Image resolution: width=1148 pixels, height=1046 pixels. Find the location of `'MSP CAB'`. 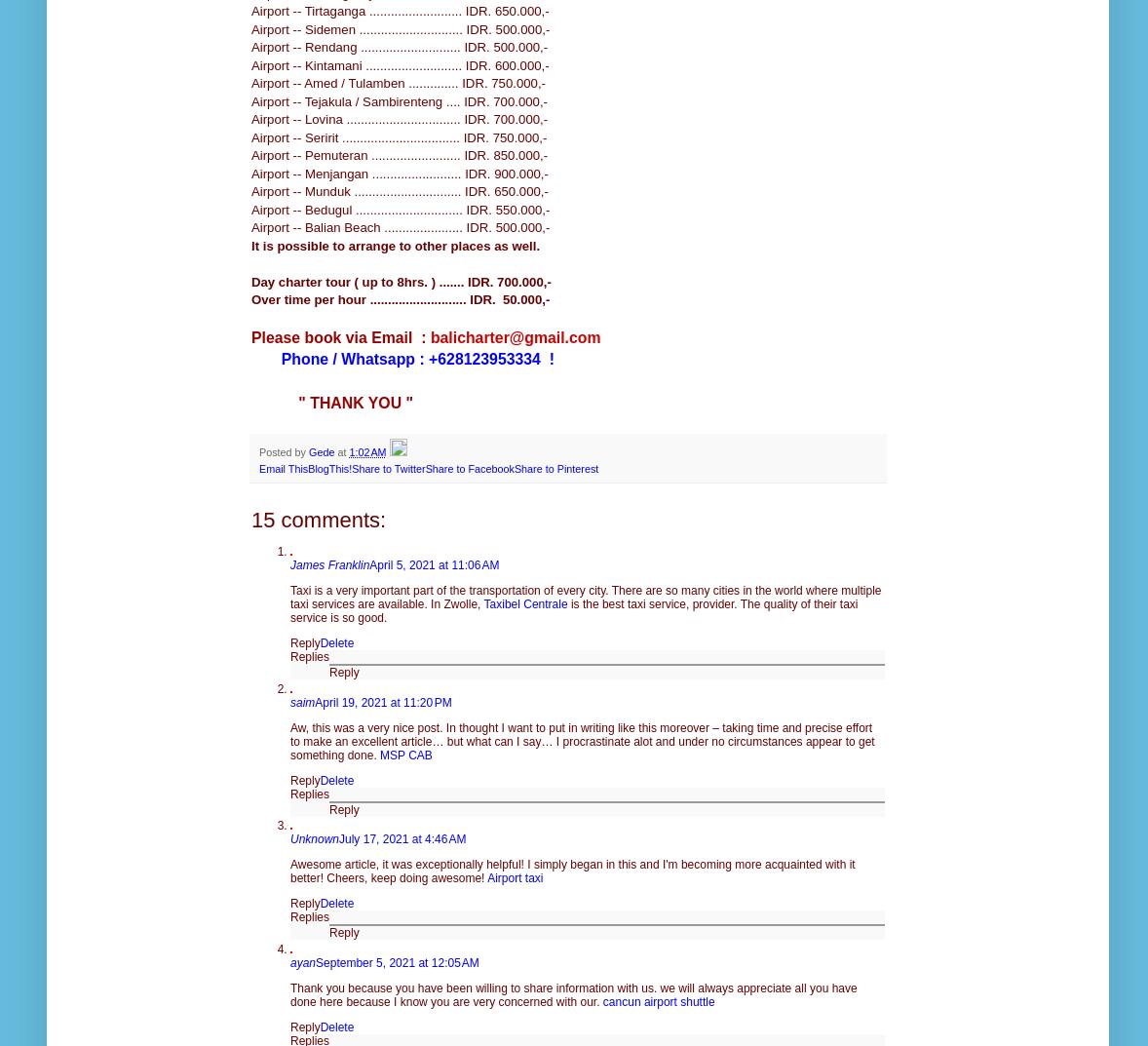

'MSP CAB' is located at coordinates (380, 753).